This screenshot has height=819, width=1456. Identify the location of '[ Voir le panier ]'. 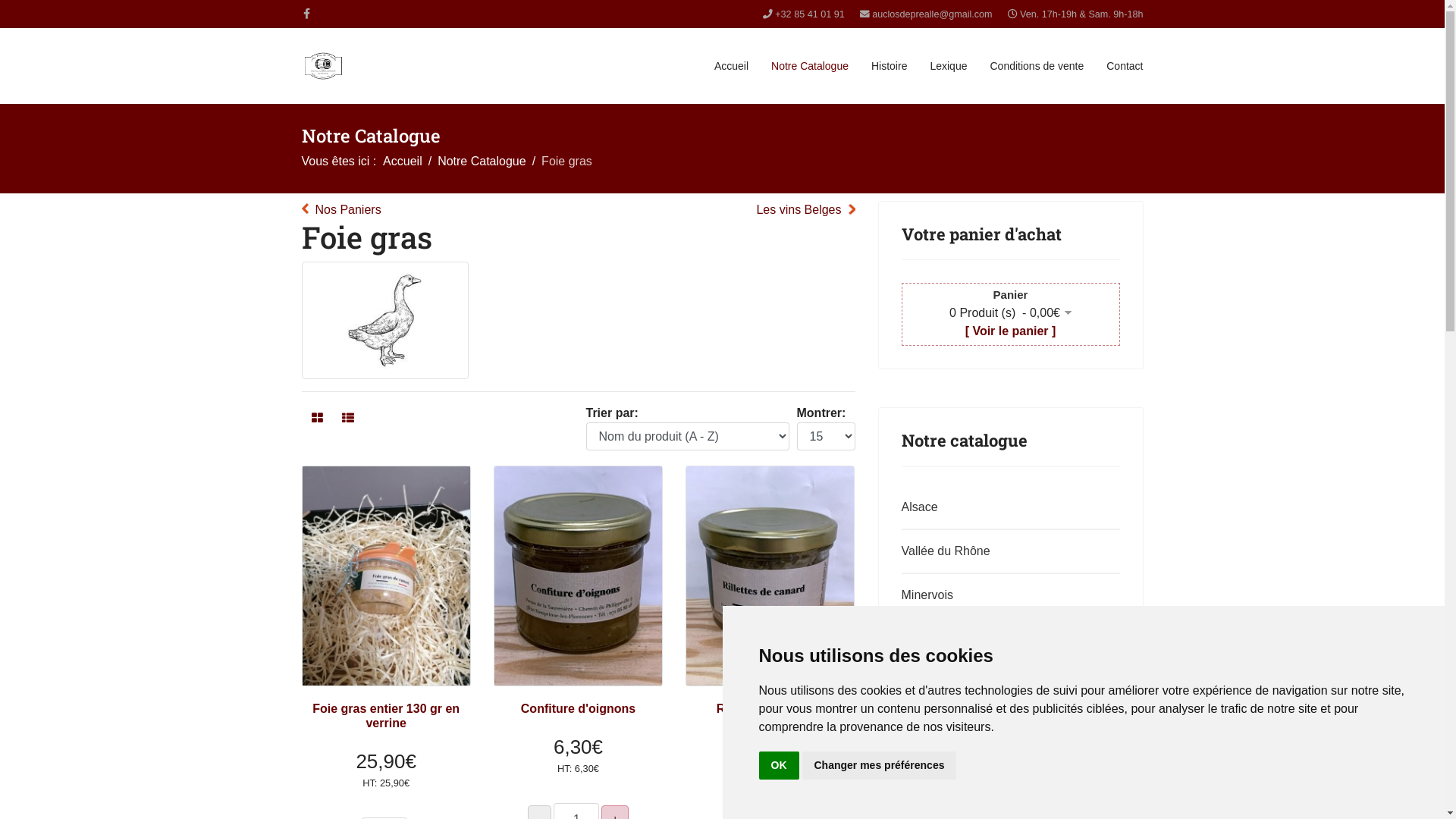
(964, 330).